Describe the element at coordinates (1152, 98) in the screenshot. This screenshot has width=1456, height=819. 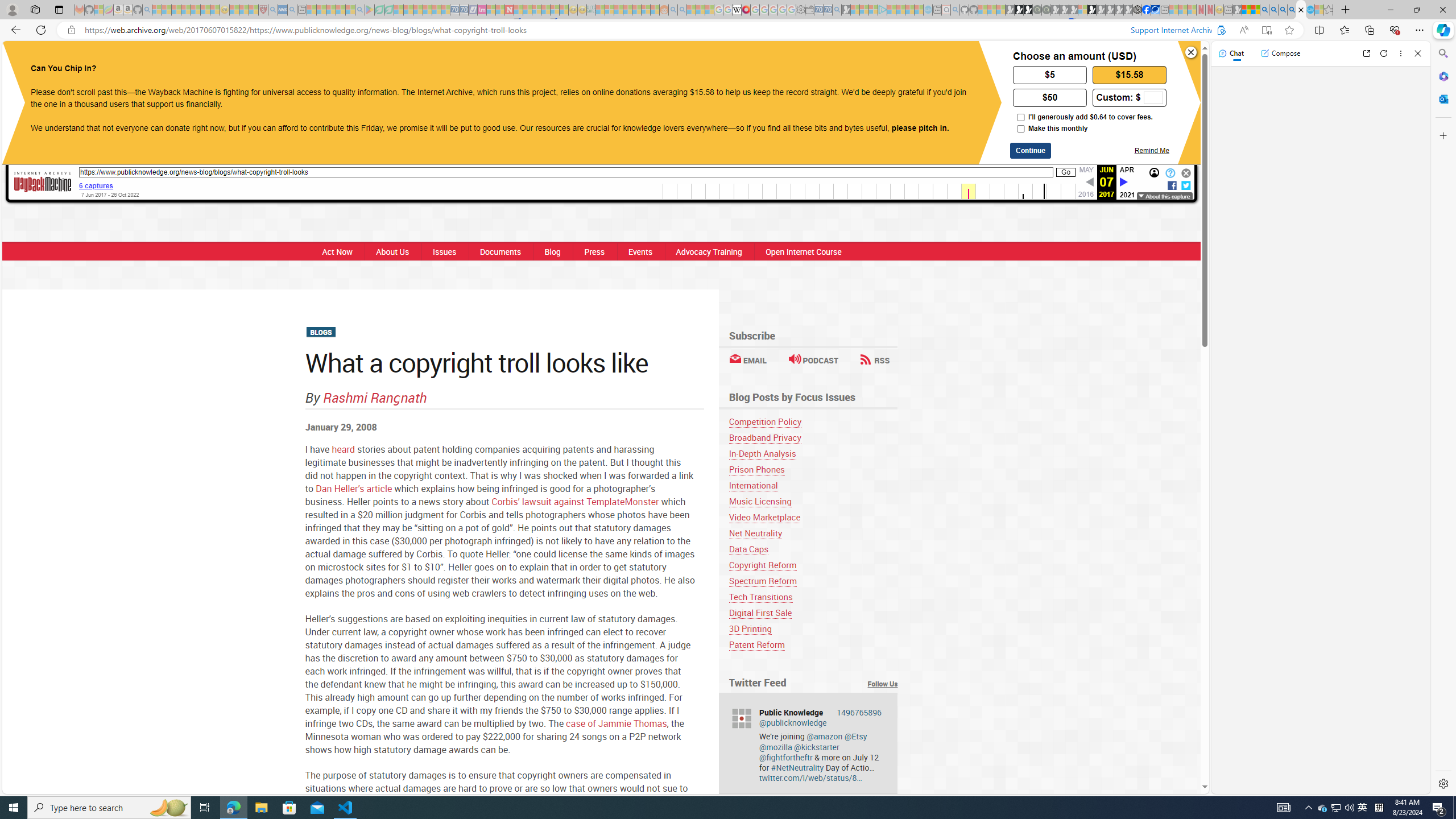
I see `'AutomationID: custom-amount-input'` at that location.